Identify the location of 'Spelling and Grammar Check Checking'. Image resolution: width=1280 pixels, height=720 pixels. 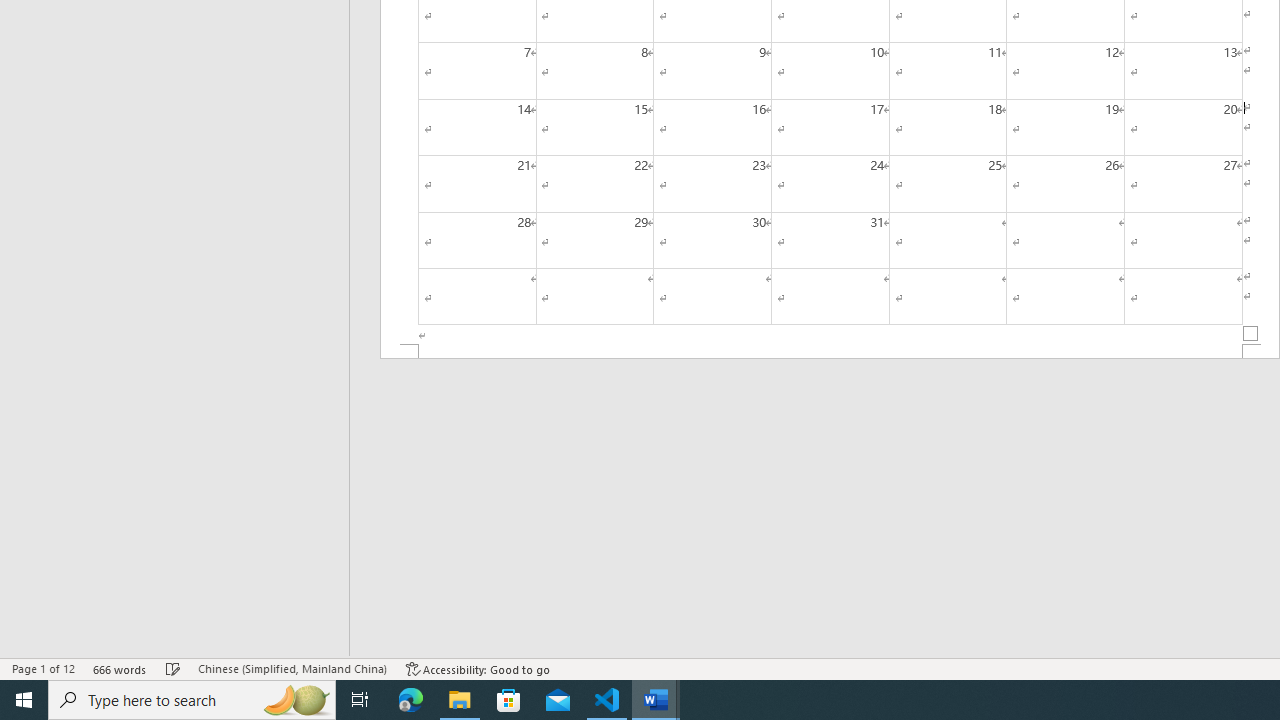
(173, 669).